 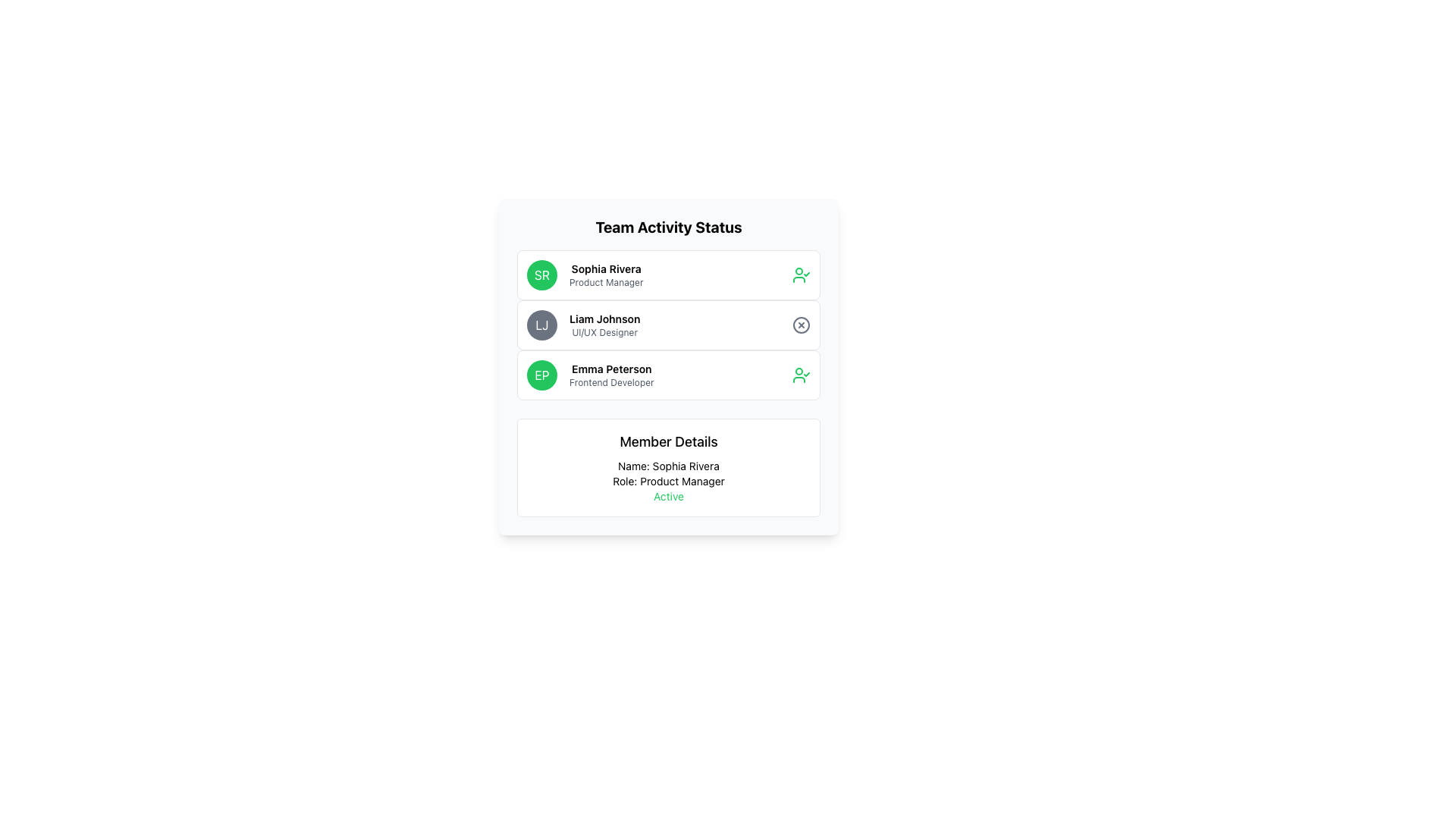 I want to click on the text label displaying the role 'Role: Product Manager' located in the 'Member Details' section, positioned between 'Name: Sophia Rivera' and 'Active', so click(x=668, y=482).